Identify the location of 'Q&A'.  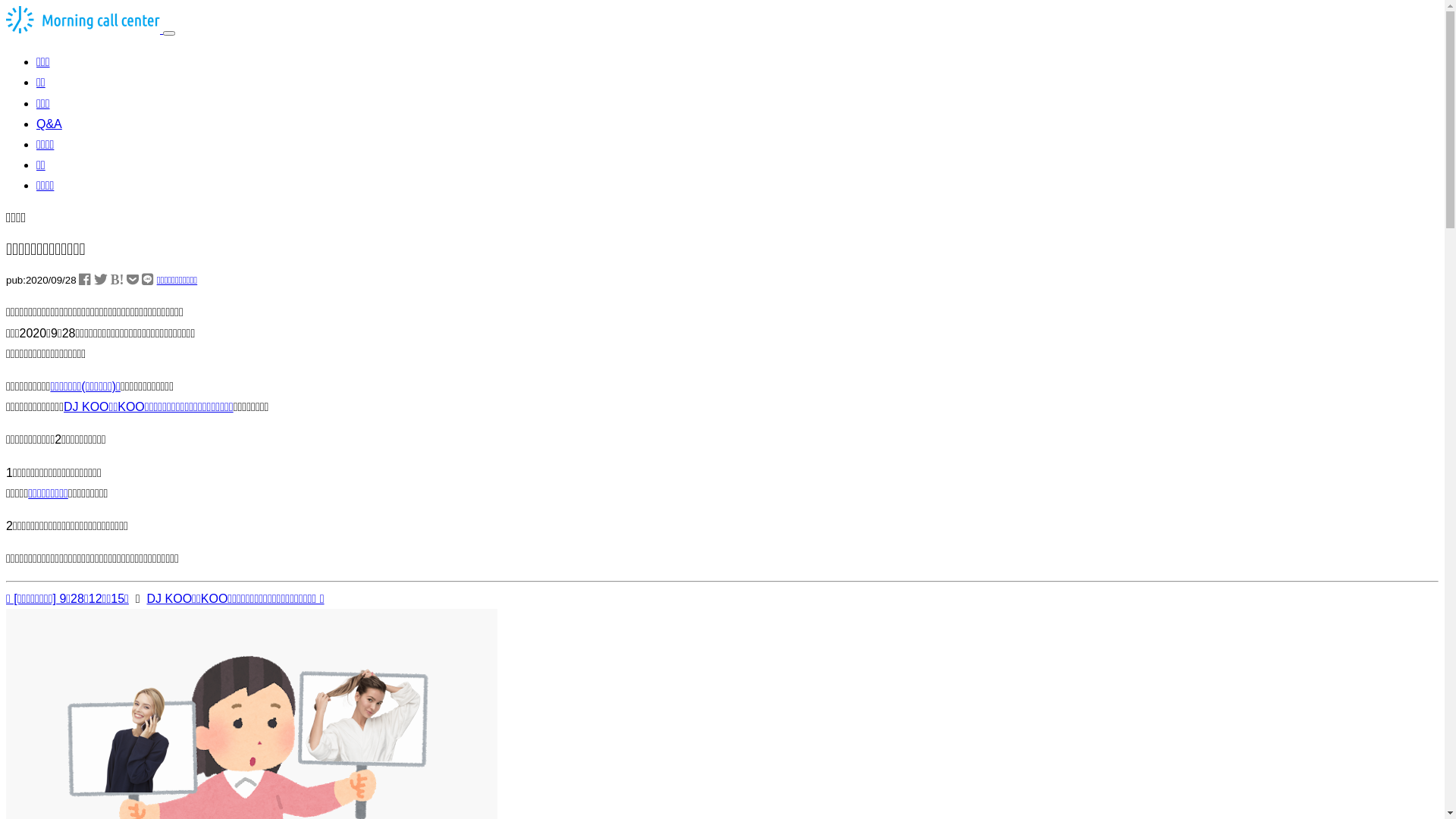
(49, 123).